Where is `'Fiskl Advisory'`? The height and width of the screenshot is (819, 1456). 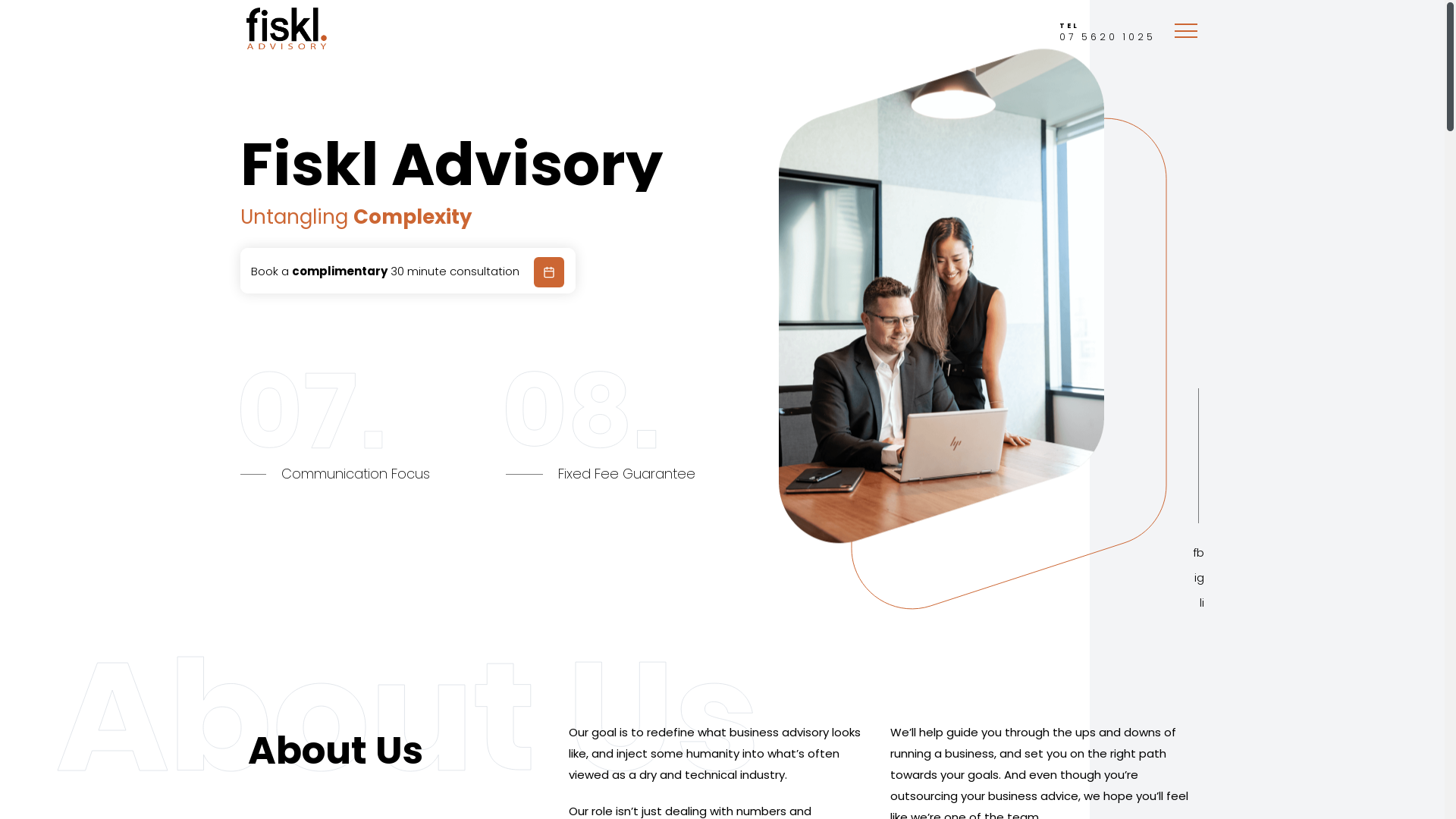 'Fiskl Advisory' is located at coordinates (286, 46).